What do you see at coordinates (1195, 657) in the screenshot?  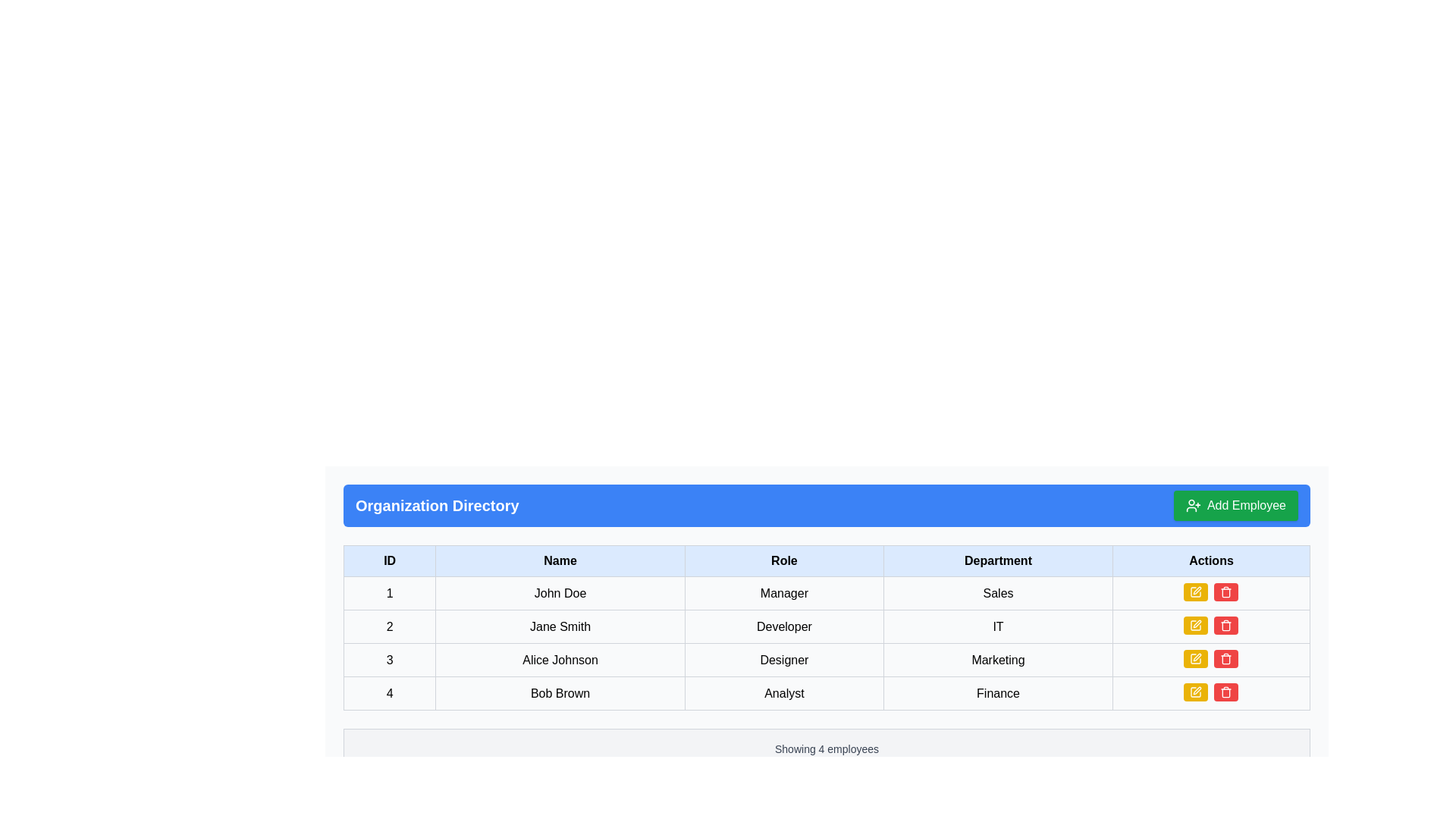 I see `the yellow rounded rectangular button with a white pen icon to initiate edit mode for the Marketing department` at bounding box center [1195, 657].